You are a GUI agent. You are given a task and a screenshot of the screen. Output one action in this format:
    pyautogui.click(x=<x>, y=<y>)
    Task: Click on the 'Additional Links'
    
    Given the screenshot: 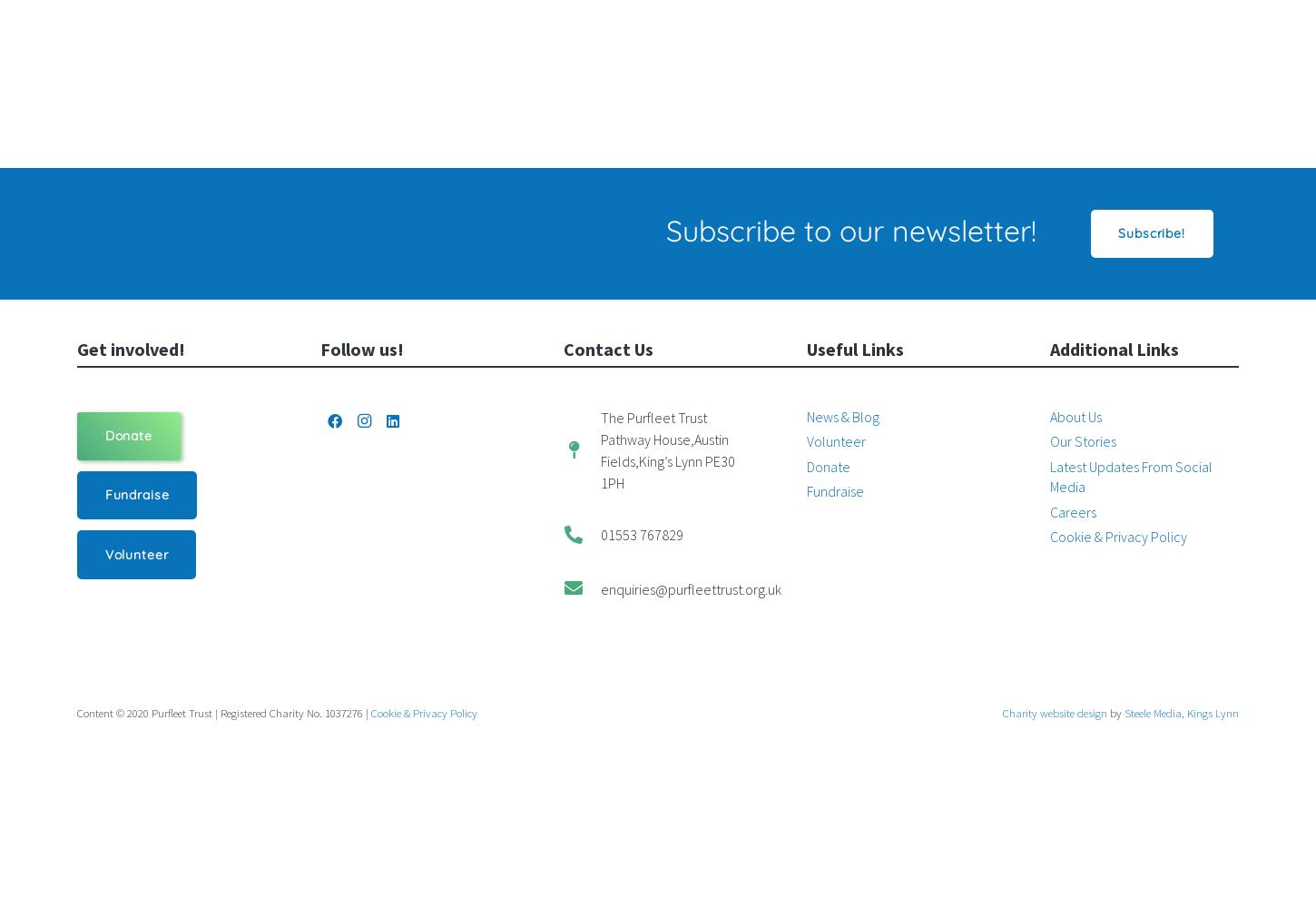 What is the action you would take?
    pyautogui.click(x=1115, y=349)
    